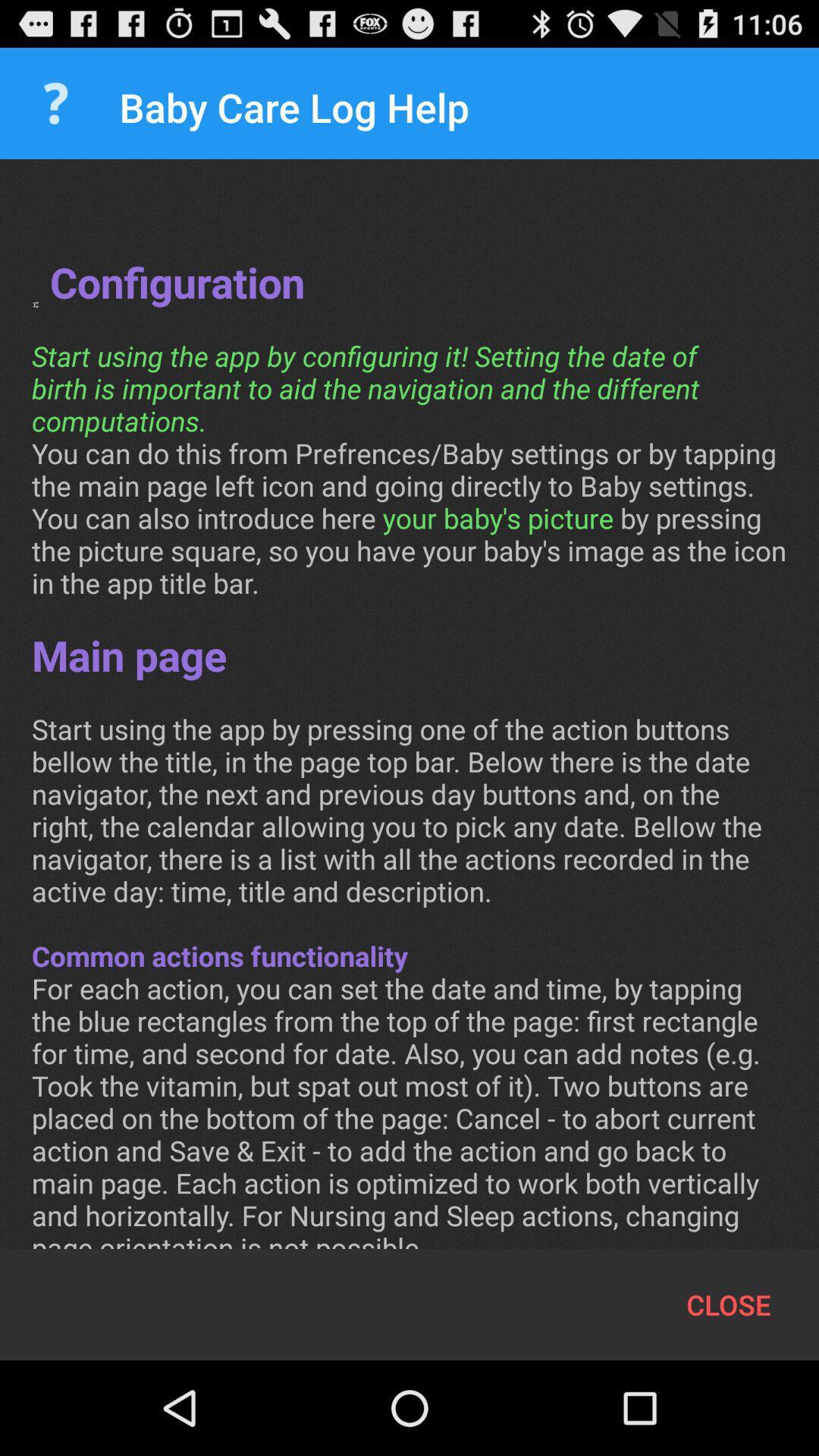 The height and width of the screenshot is (1456, 819). I want to click on close item, so click(728, 1304).